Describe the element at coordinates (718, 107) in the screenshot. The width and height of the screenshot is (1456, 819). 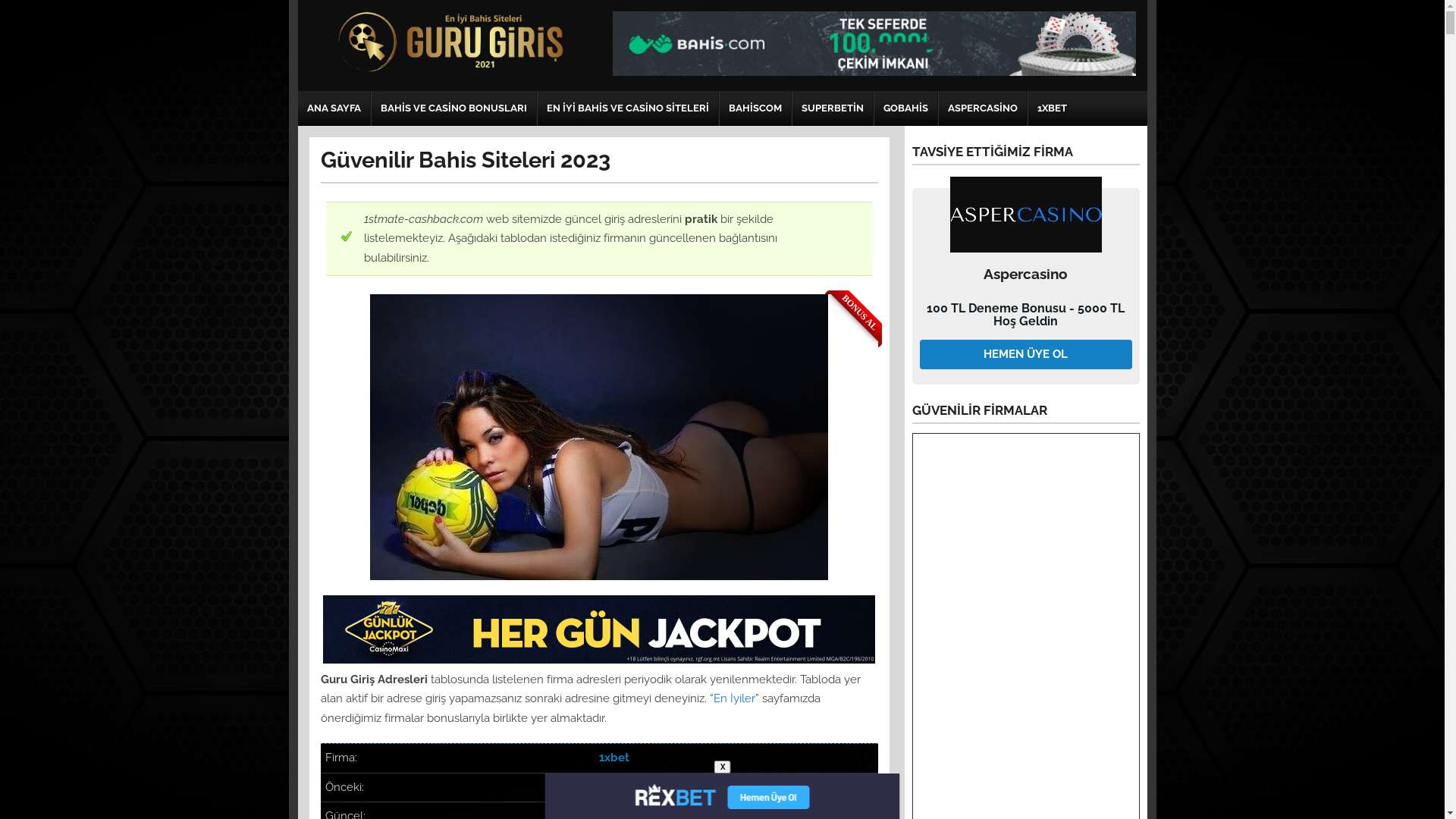
I see `'BAHISCOM'` at that location.